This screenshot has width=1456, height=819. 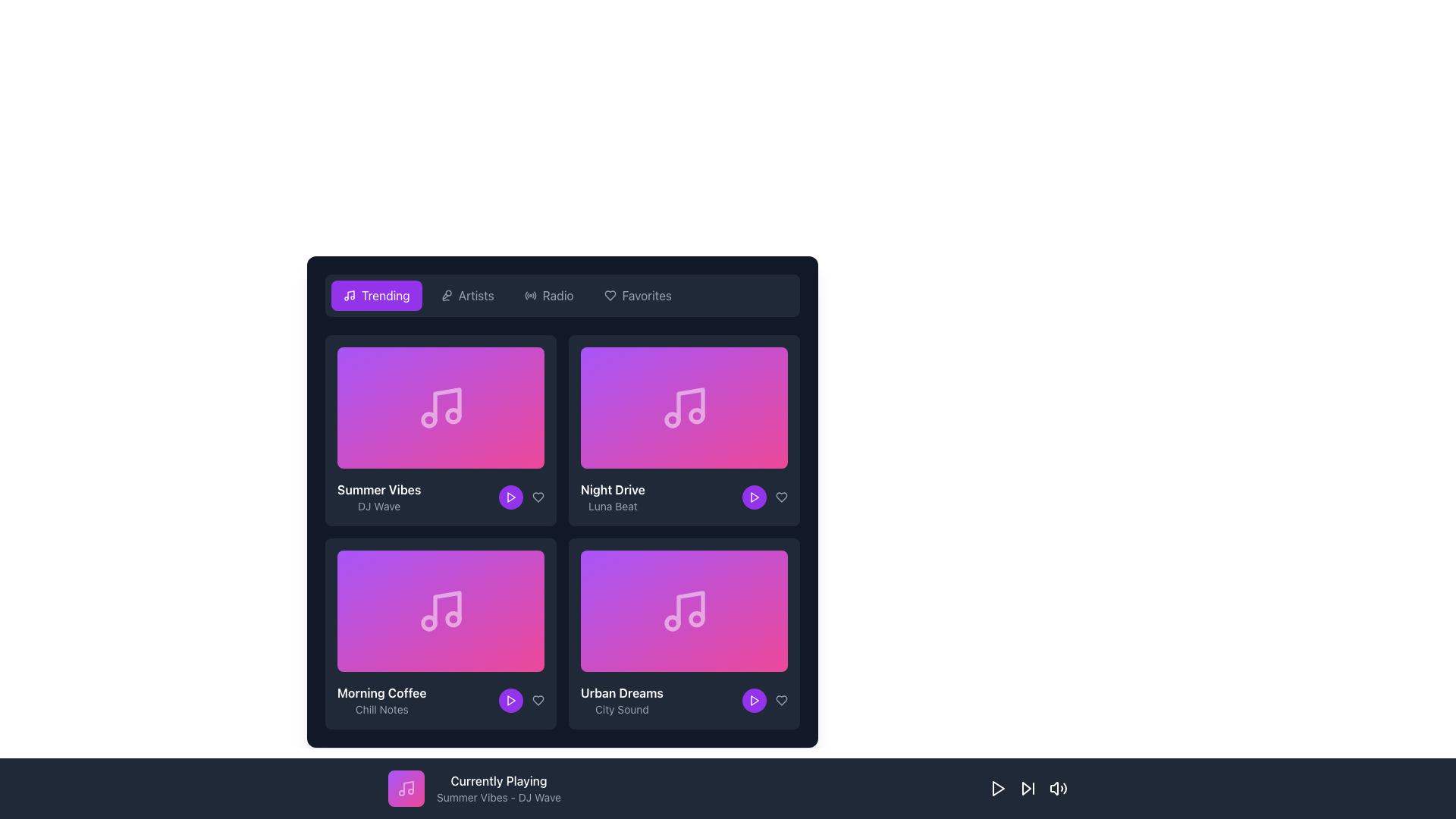 What do you see at coordinates (647, 295) in the screenshot?
I see `the text label that represents a navigation link for favorited items, located in the top-right corner of the navigation bar, next to the 'Radio' label` at bounding box center [647, 295].